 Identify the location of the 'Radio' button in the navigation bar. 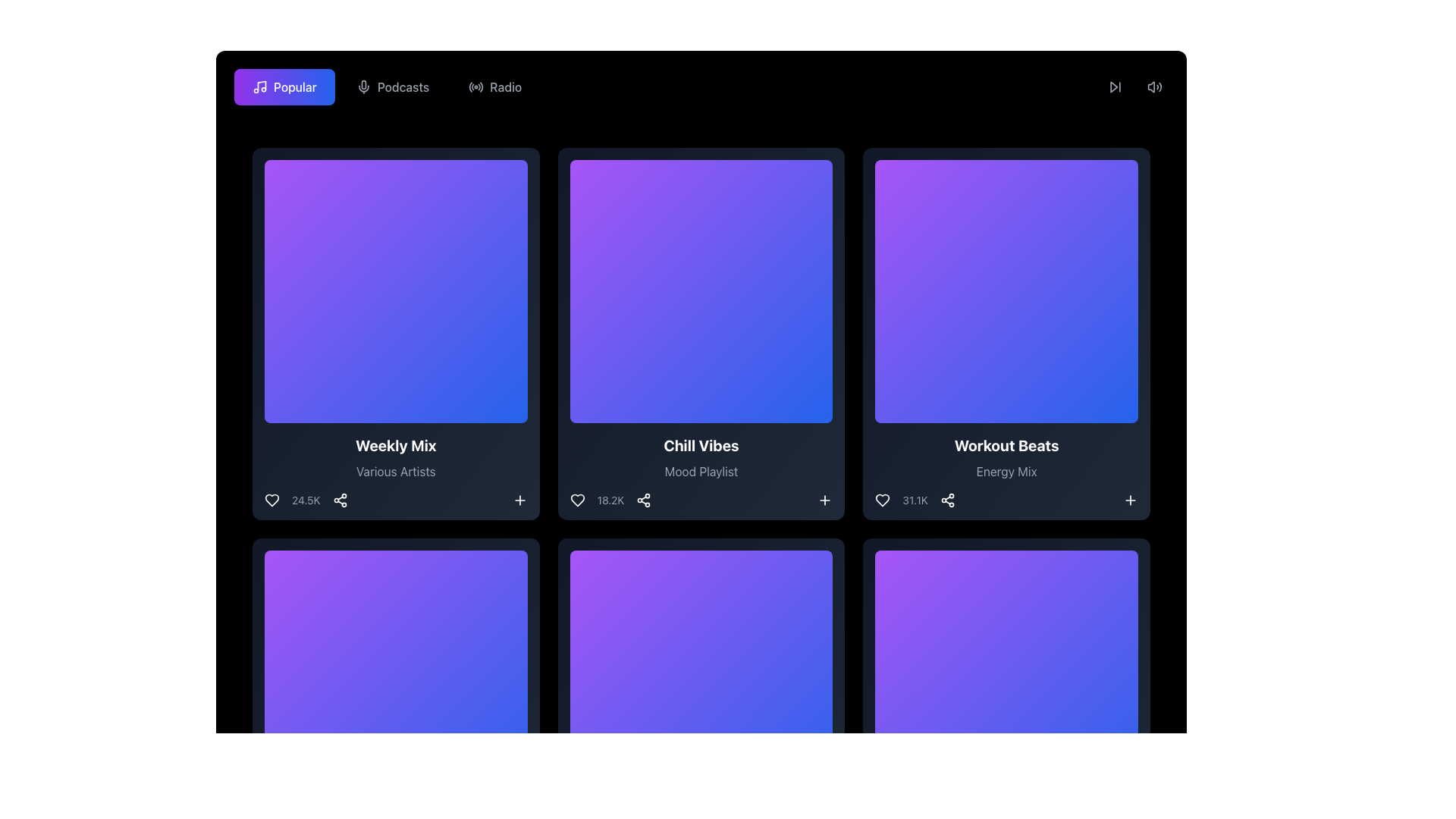
(494, 87).